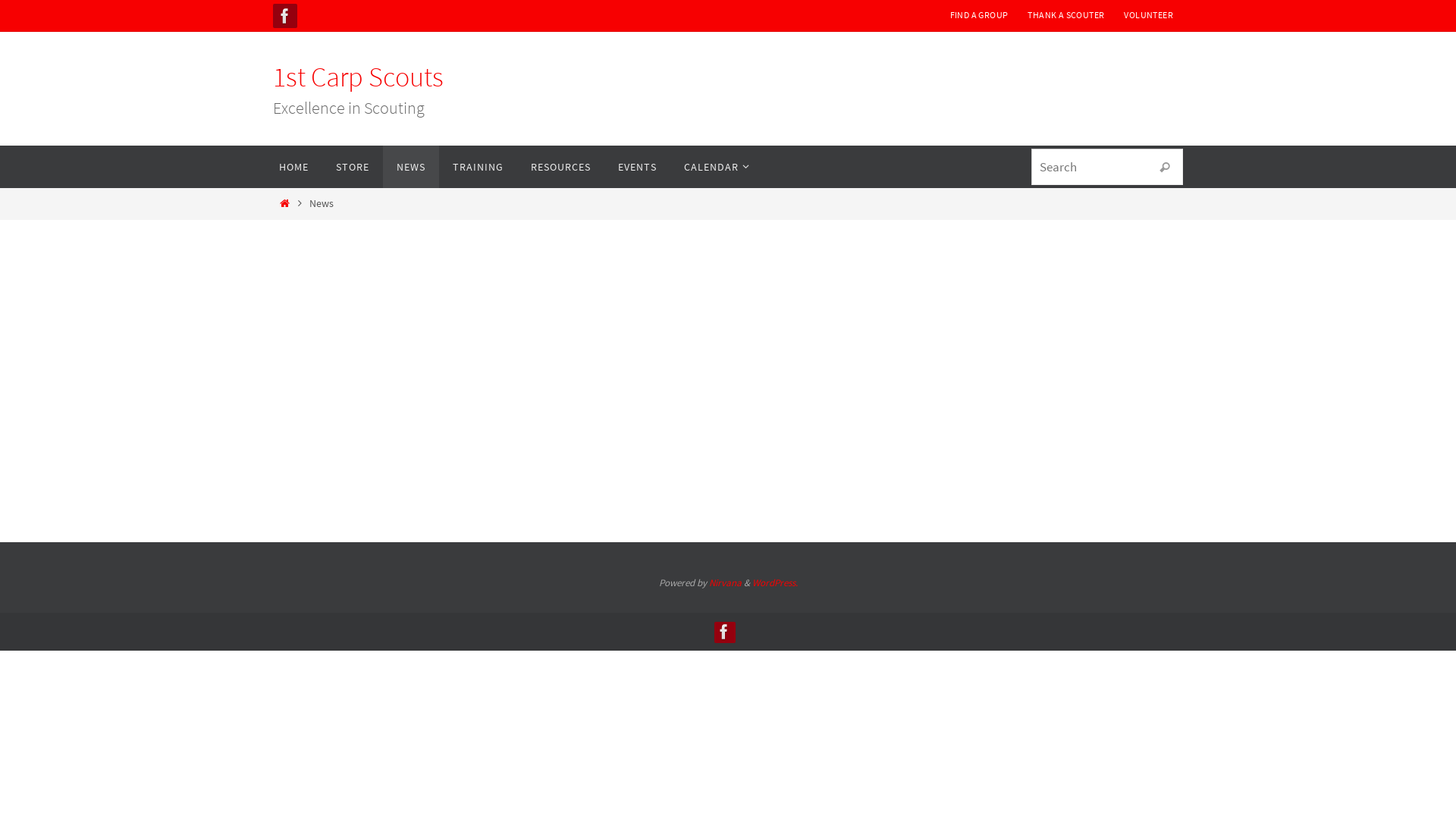 Image resolution: width=1456 pixels, height=819 pixels. What do you see at coordinates (357, 77) in the screenshot?
I see `'1st Carp Scouts'` at bounding box center [357, 77].